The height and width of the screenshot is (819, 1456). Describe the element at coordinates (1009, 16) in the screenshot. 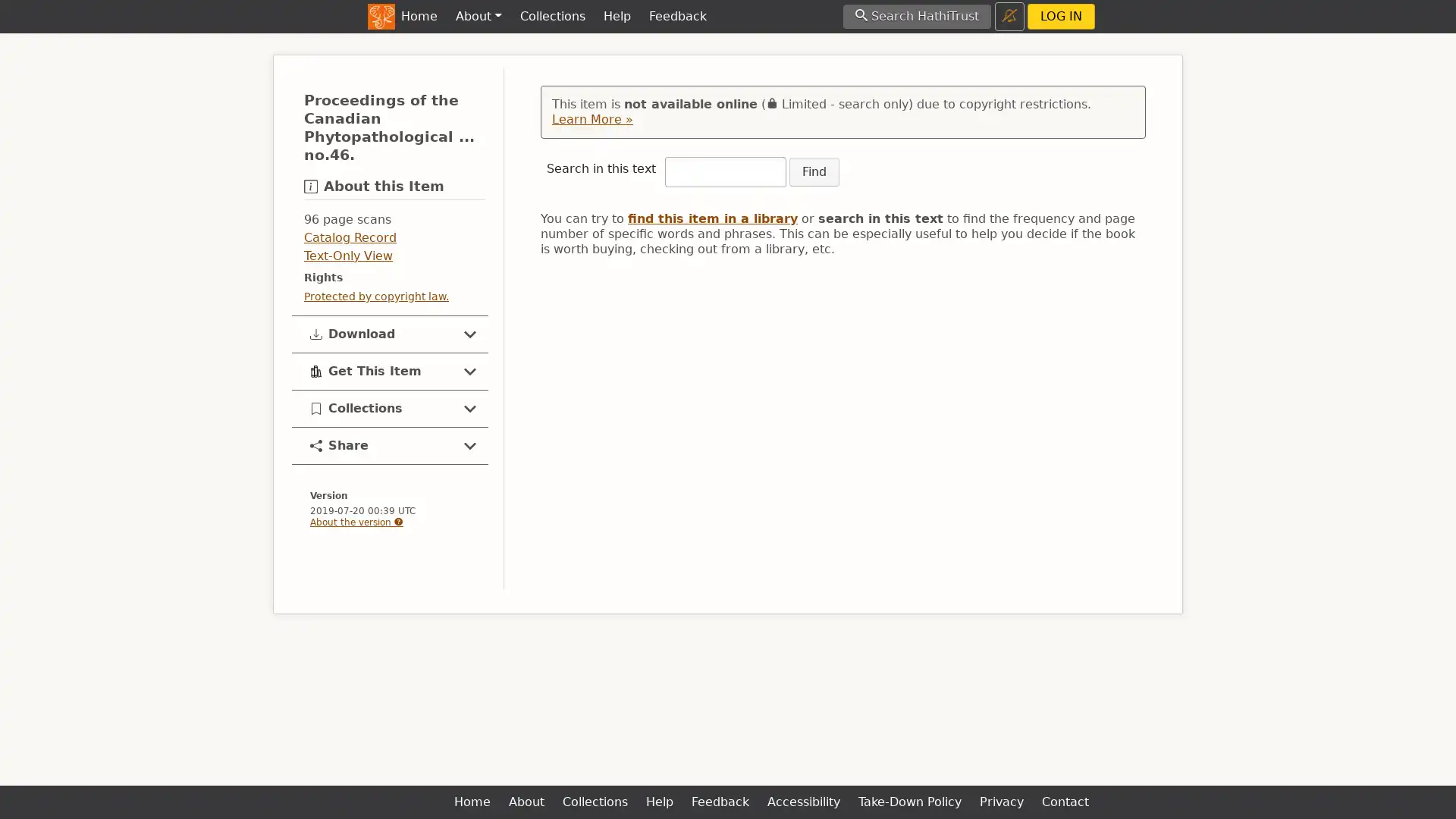

I see `Toggle Notifications` at that location.